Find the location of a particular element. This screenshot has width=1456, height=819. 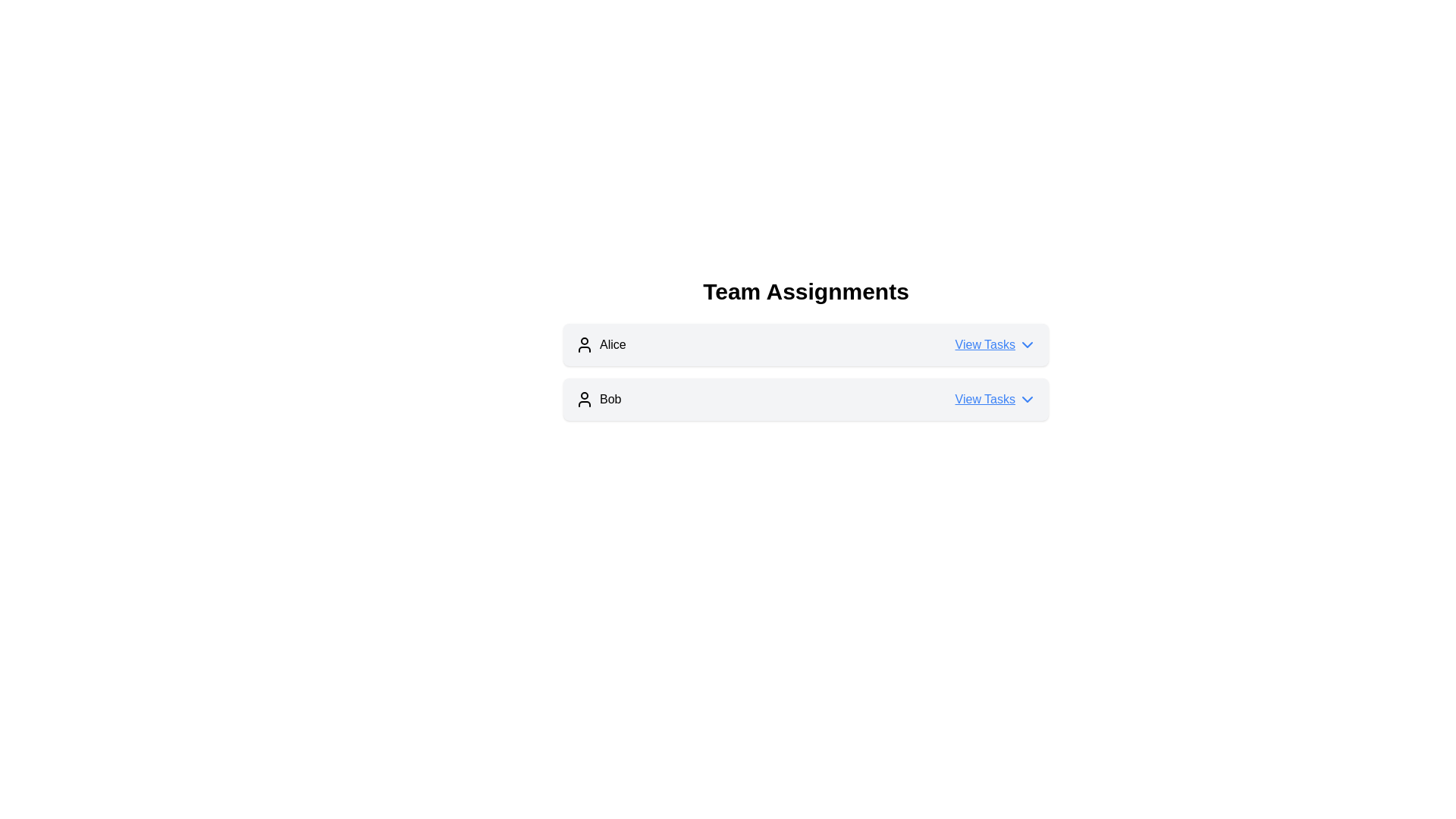

the user profile icon located to the left of the text label 'Bob', which serves as a visual identifier for the user is located at coordinates (584, 399).